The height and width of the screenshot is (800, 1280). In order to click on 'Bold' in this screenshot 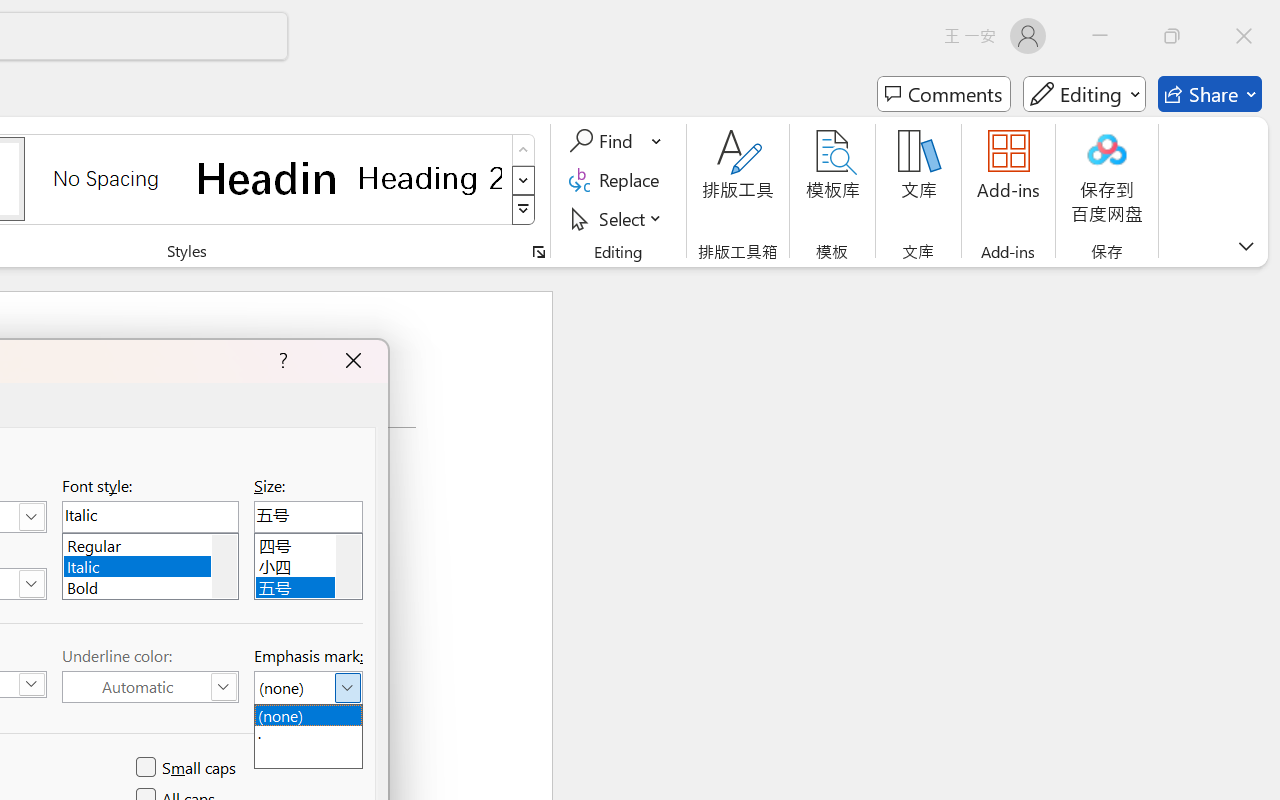, I will do `click(149, 584)`.